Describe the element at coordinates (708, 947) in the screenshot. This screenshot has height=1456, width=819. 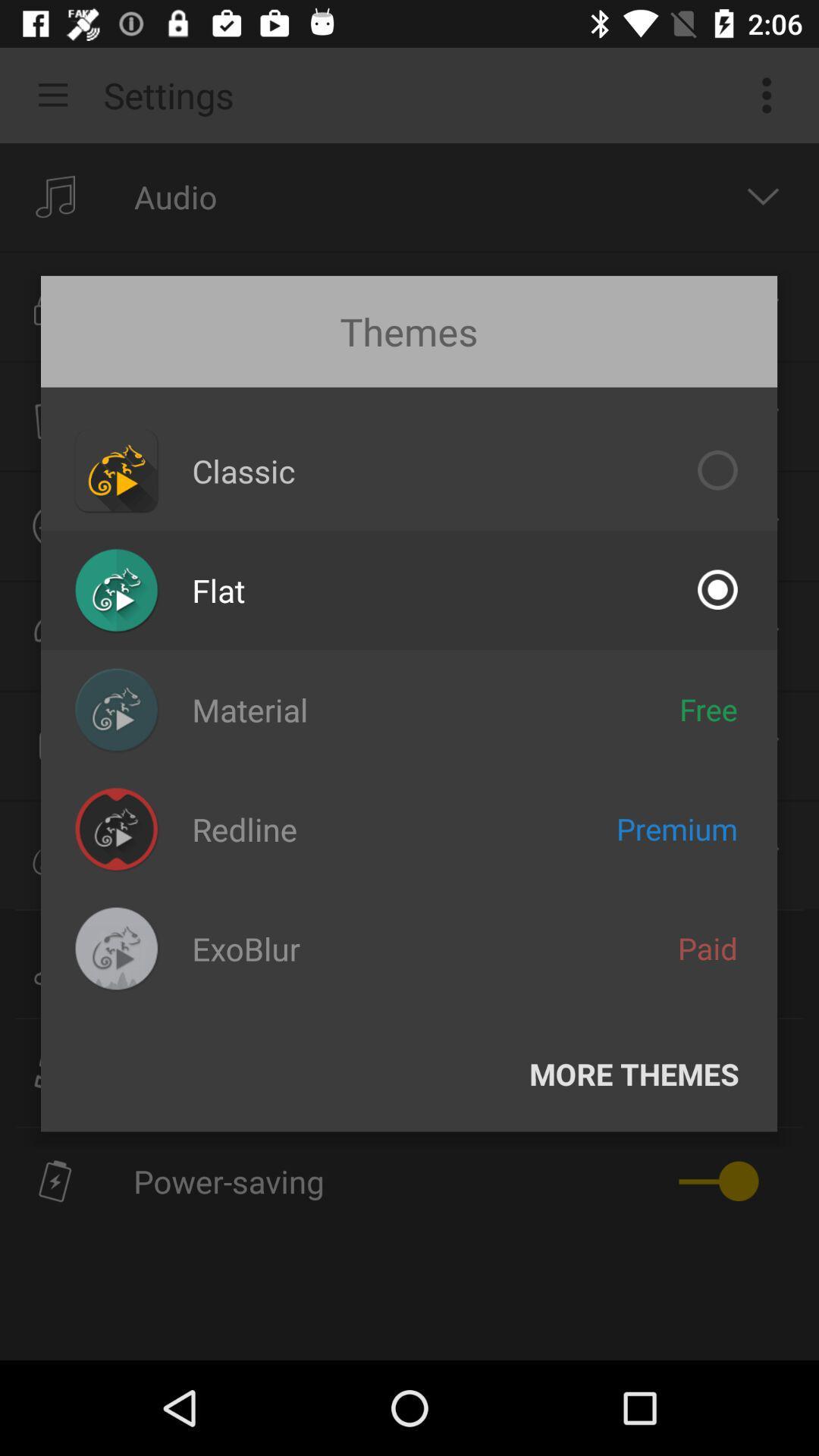
I see `paid icon` at that location.